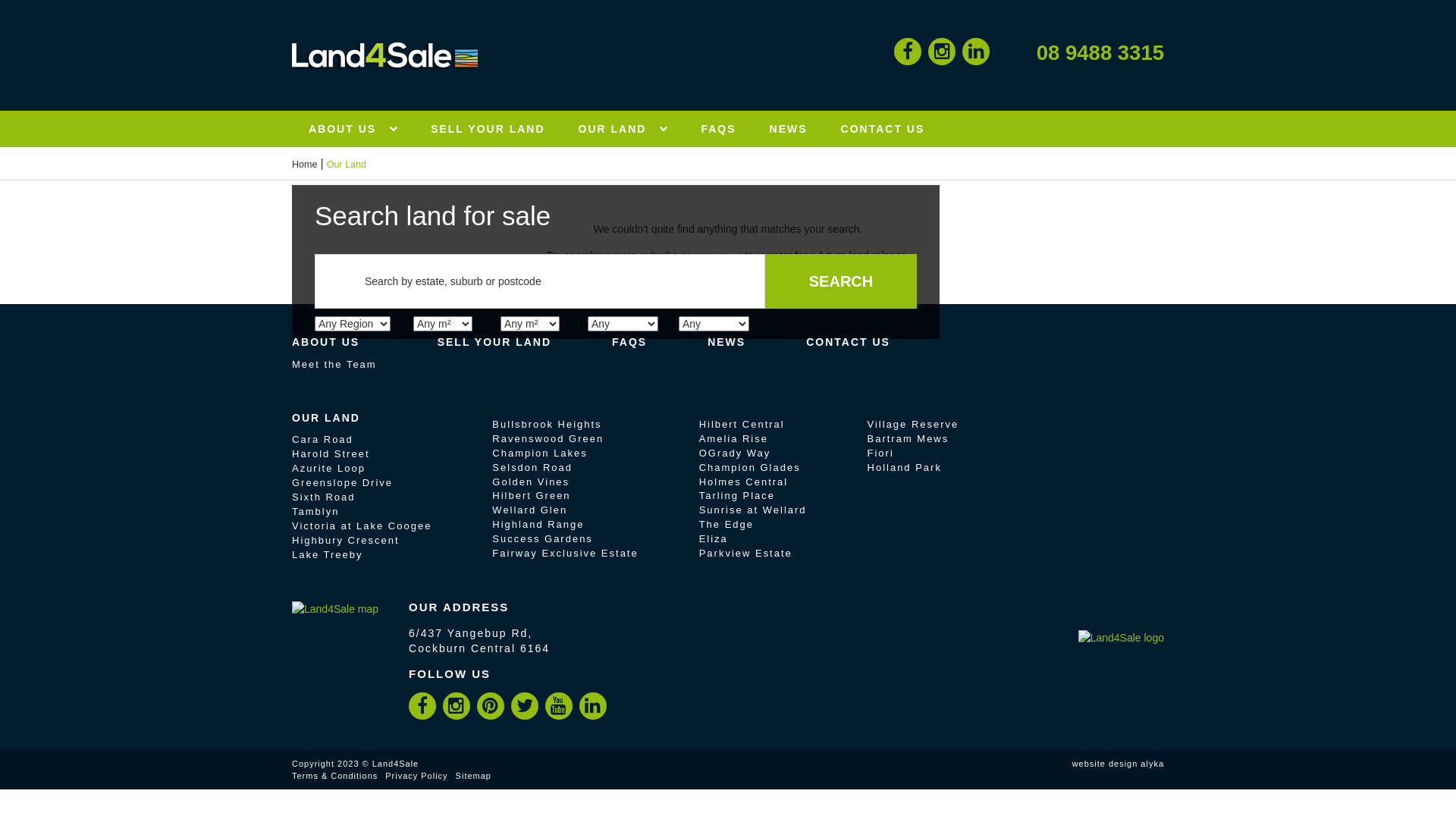  I want to click on 'Facebook', so click(907, 49).